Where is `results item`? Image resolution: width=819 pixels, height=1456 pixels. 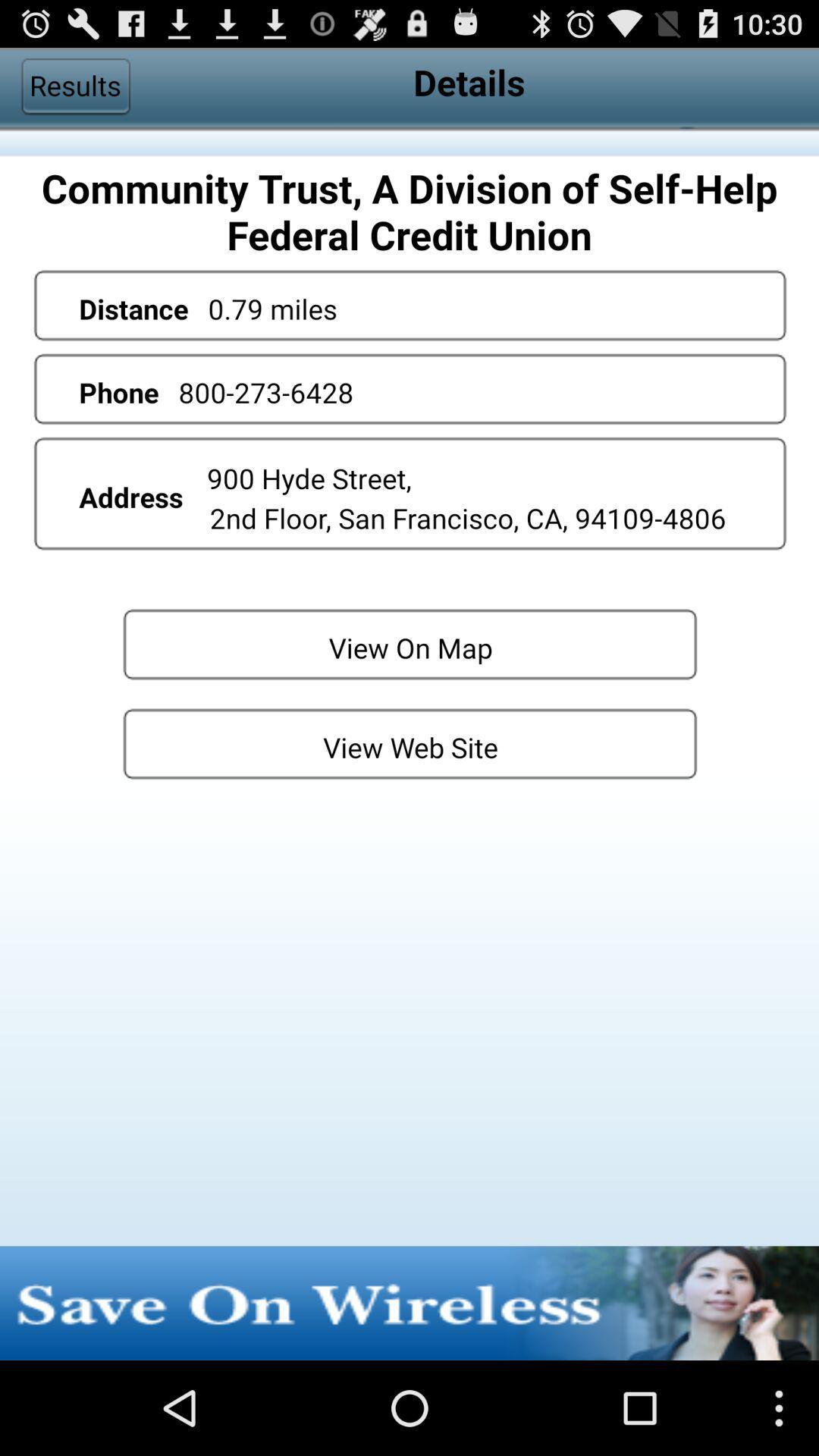
results item is located at coordinates (75, 86).